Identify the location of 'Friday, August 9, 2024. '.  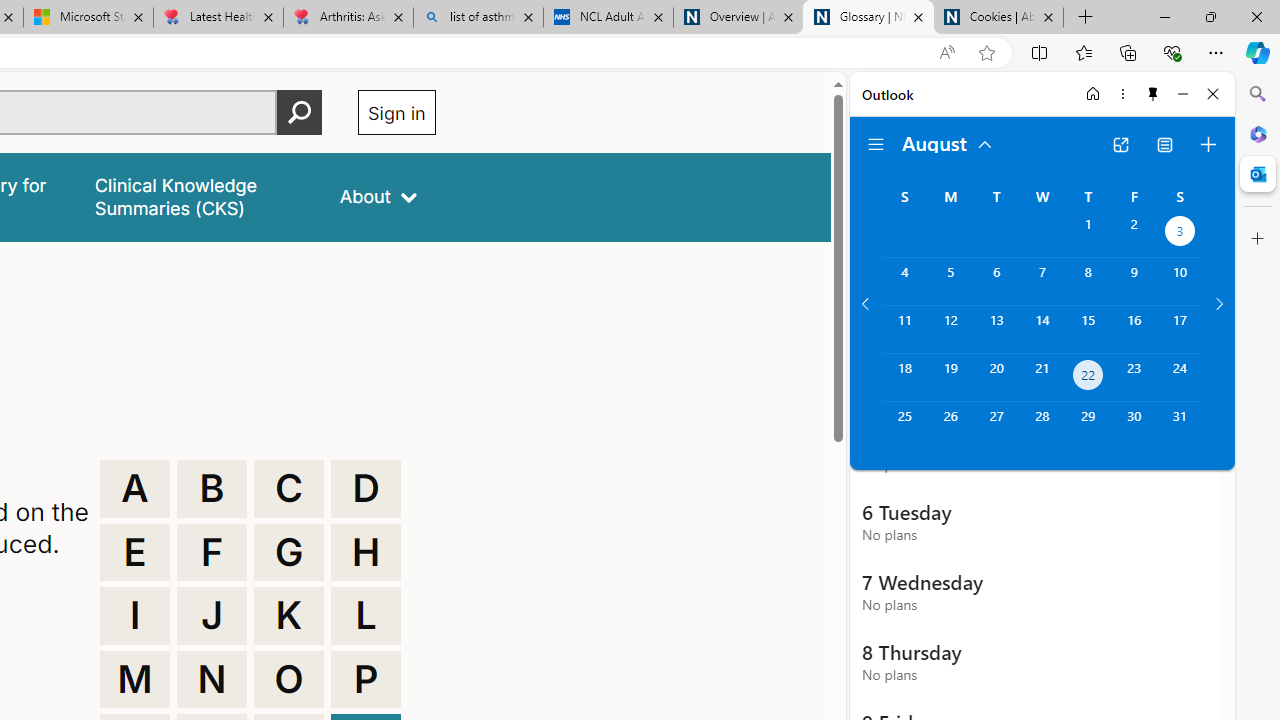
(1134, 281).